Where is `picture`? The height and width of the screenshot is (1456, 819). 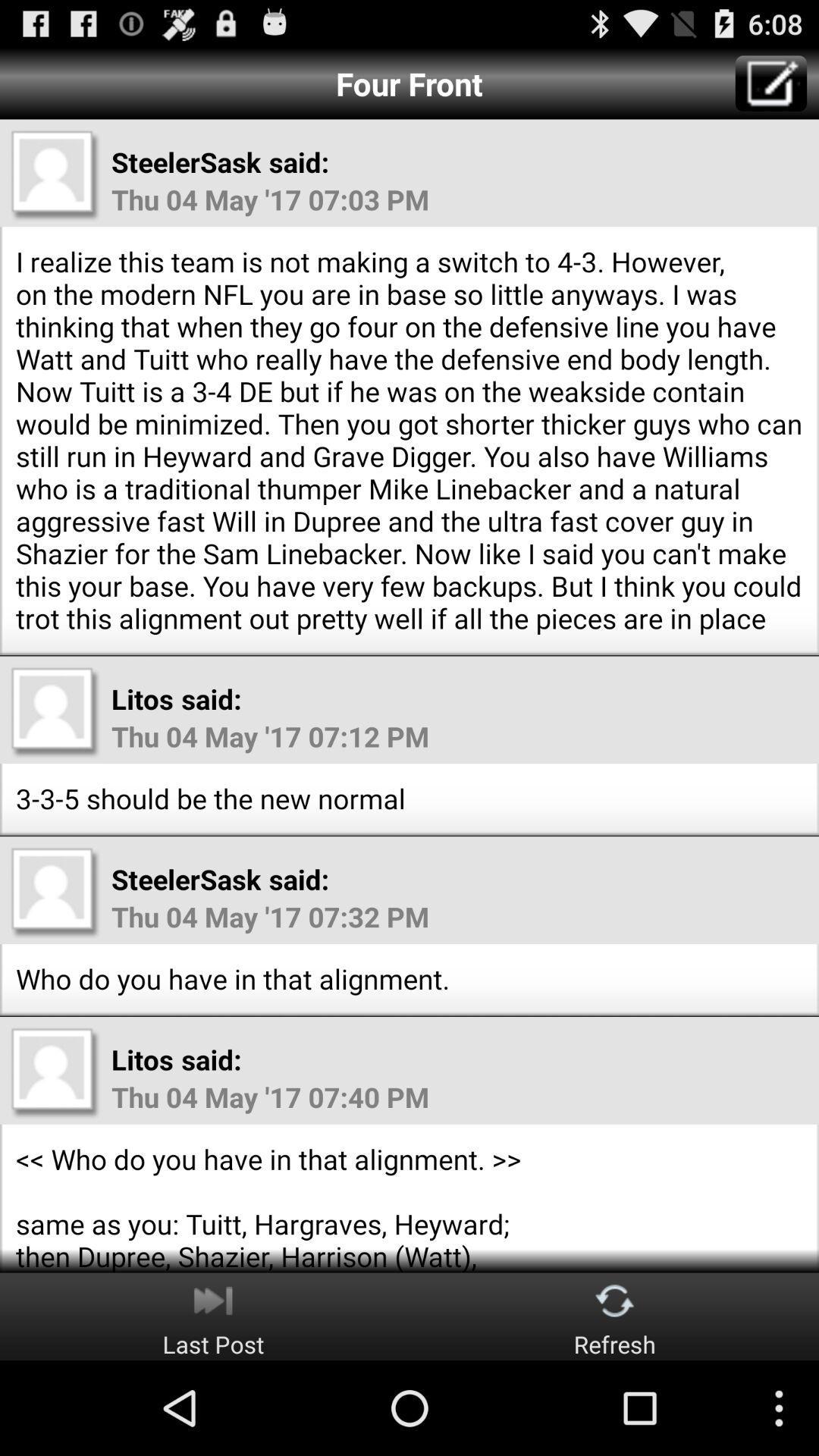
picture is located at coordinates (55, 892).